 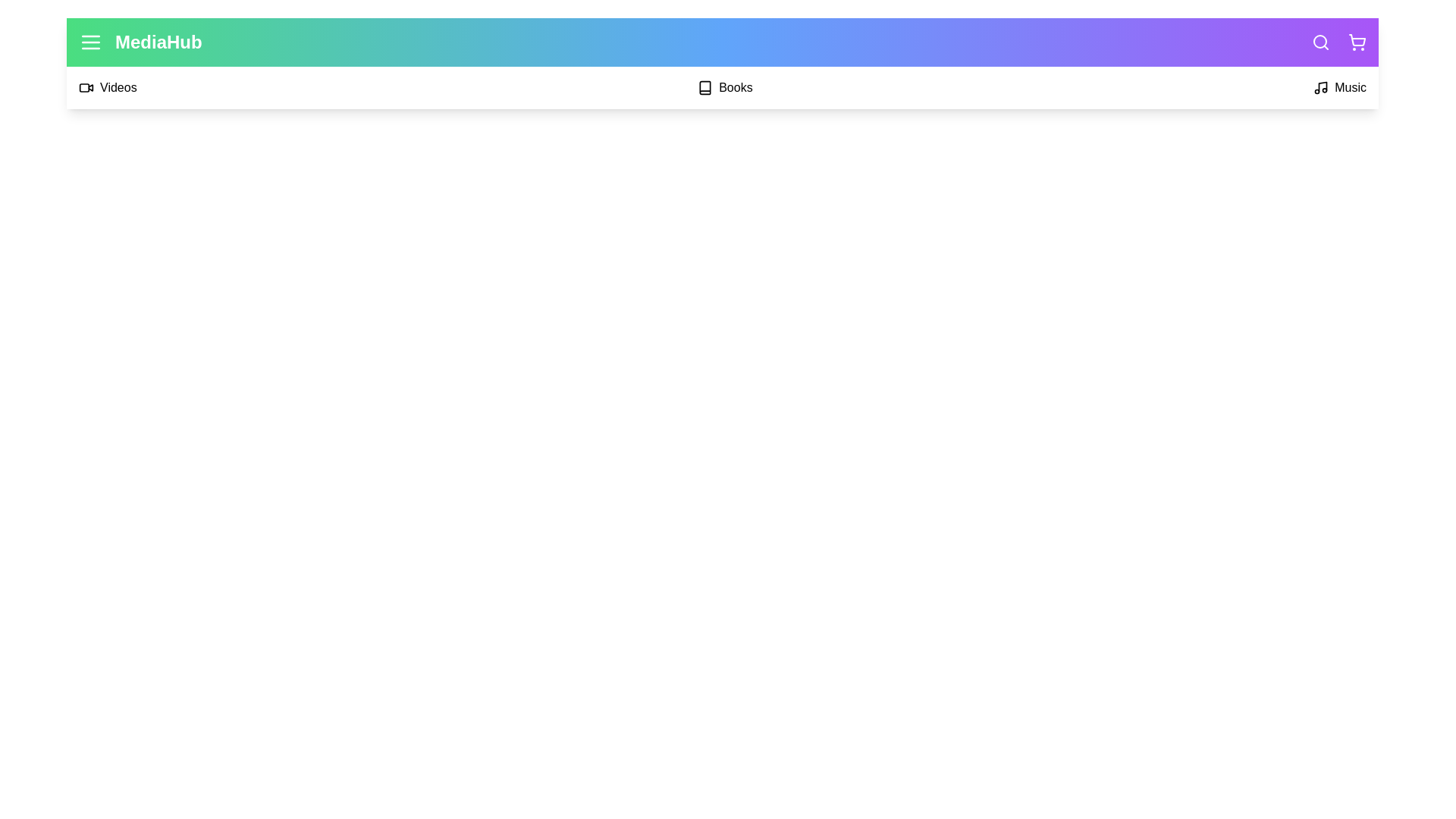 I want to click on the search icon to access the search functionality, so click(x=1320, y=42).